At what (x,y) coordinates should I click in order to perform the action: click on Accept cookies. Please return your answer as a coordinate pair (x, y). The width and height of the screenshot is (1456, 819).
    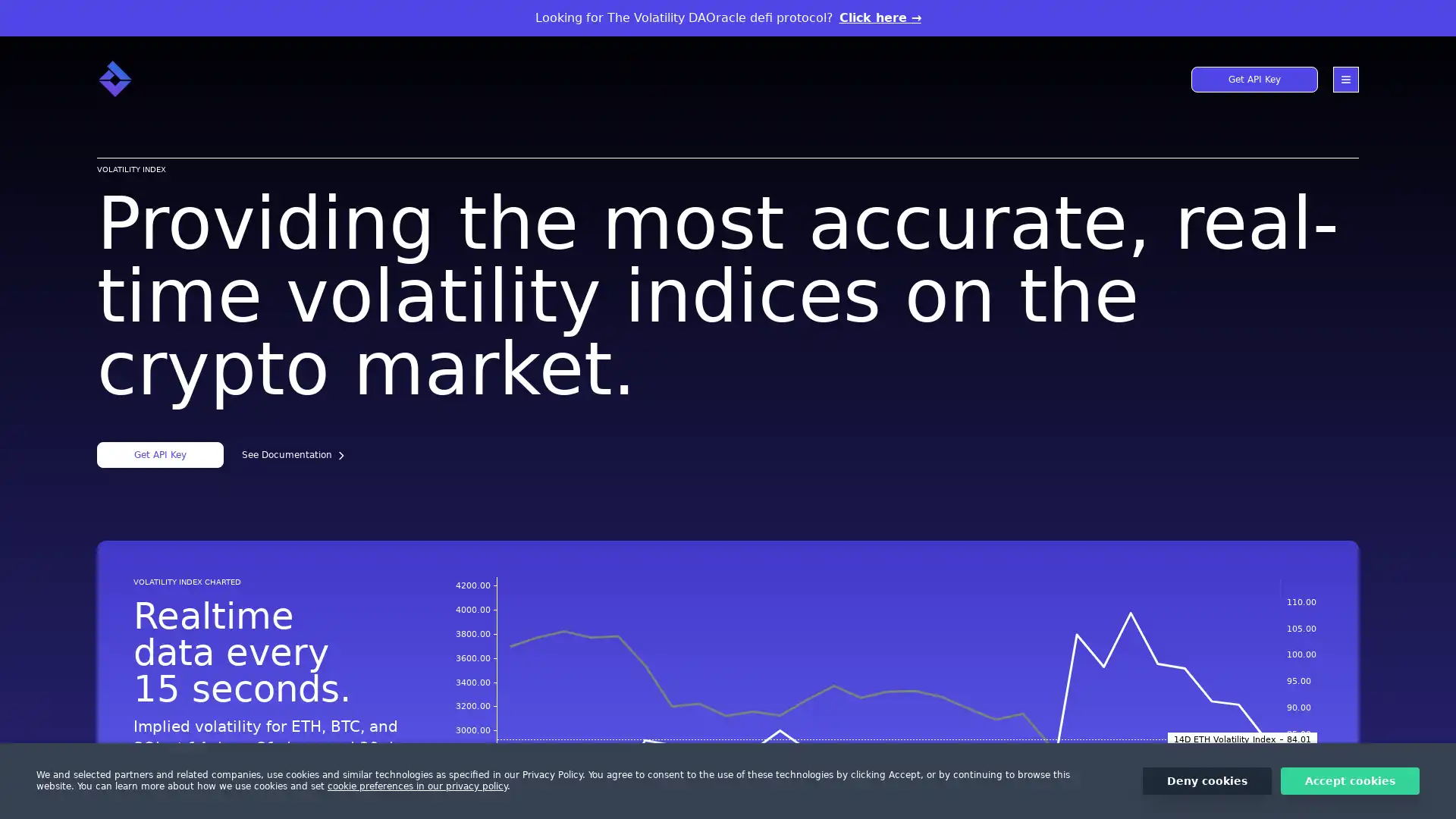
    Looking at the image, I should click on (1350, 780).